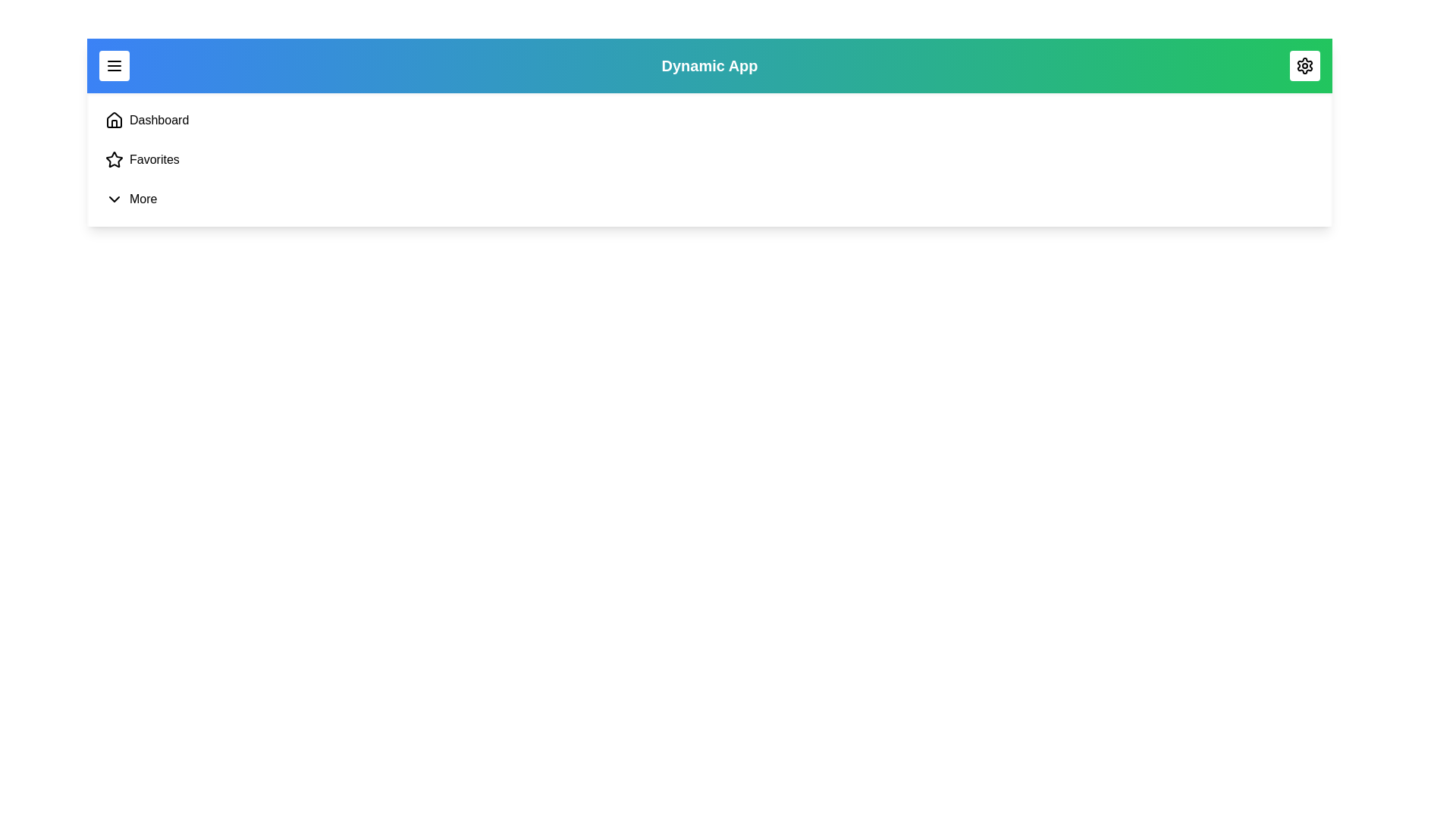  I want to click on the navigation link labeled More, so click(143, 198).